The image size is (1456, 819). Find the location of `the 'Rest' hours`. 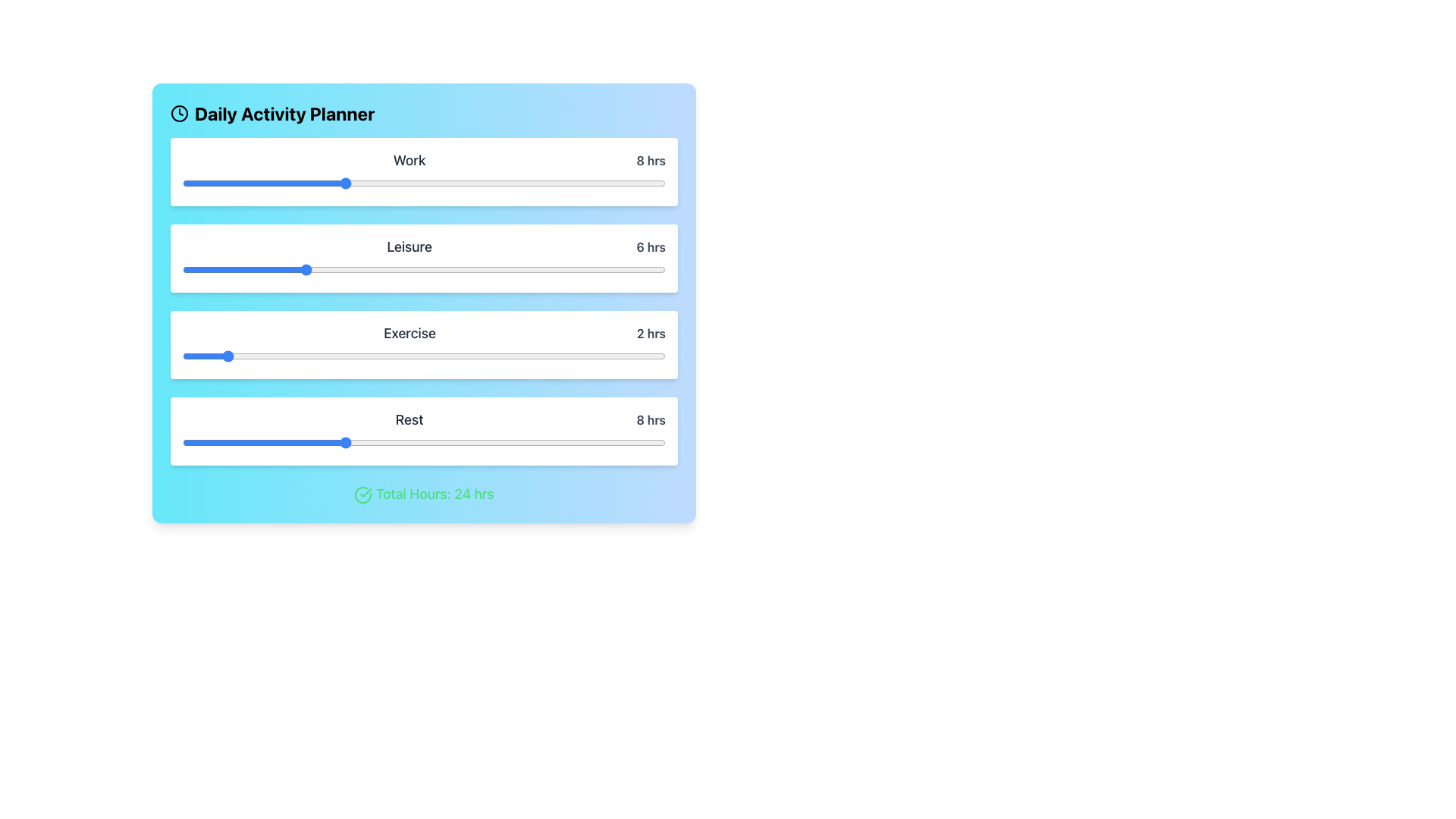

the 'Rest' hours is located at coordinates (362, 442).